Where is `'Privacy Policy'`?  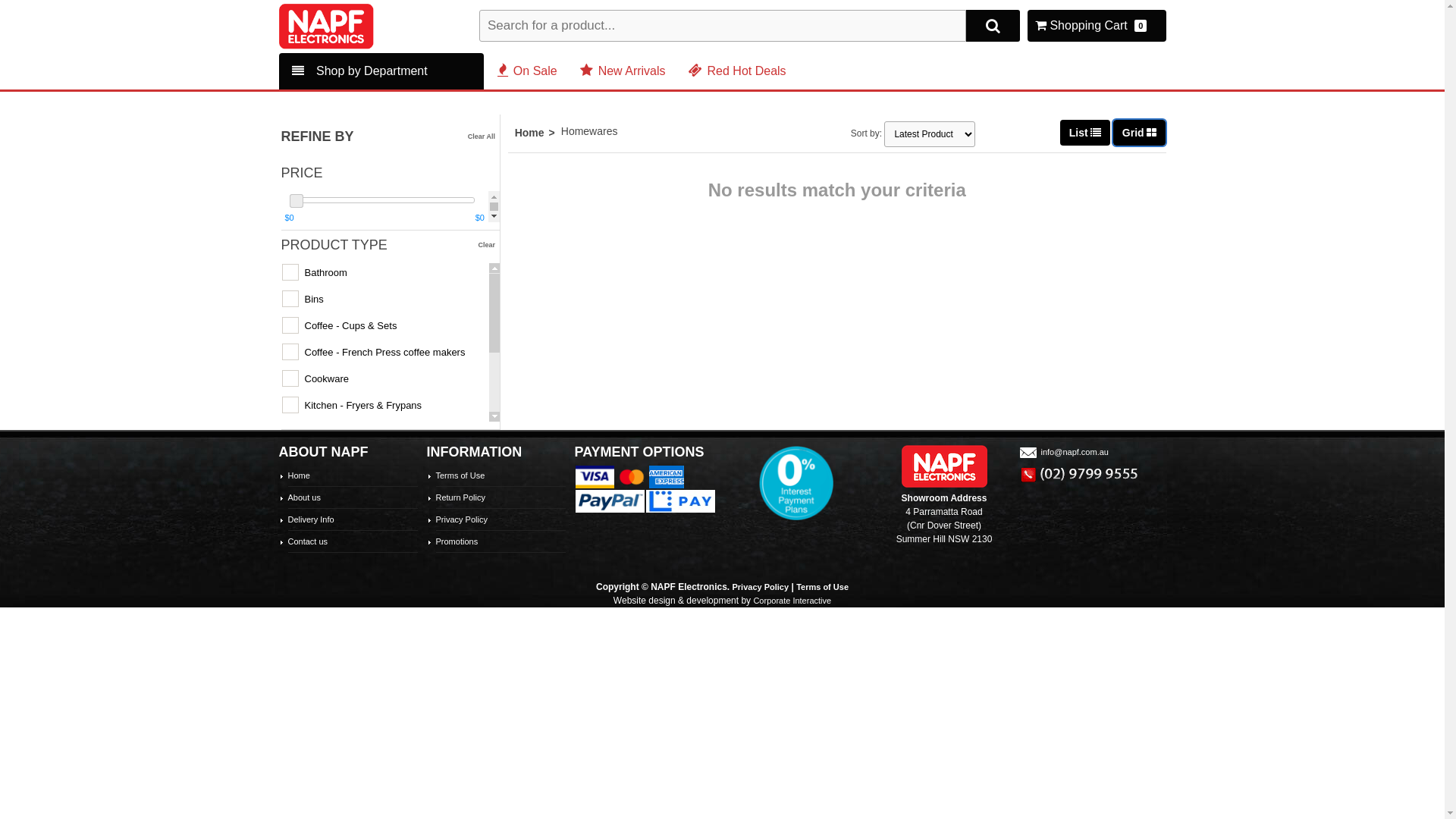
'Privacy Policy' is located at coordinates (435, 519).